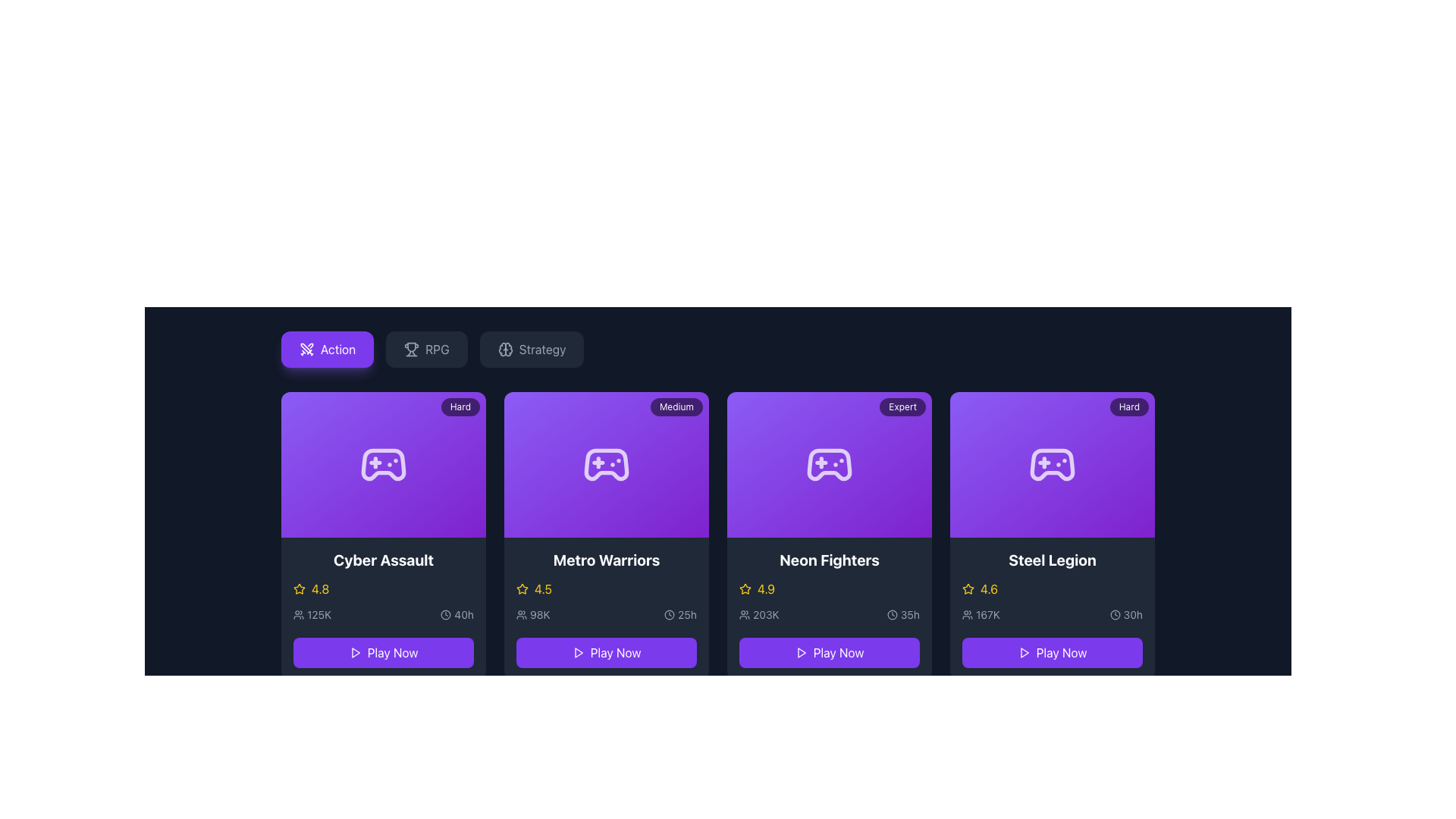 Image resolution: width=1456 pixels, height=819 pixels. What do you see at coordinates (383, 648) in the screenshot?
I see `the interactive 'Play Now' button with a vibrant violet background, located at the bottom of the 'Cyber Assault' card, to observe a visual response` at bounding box center [383, 648].